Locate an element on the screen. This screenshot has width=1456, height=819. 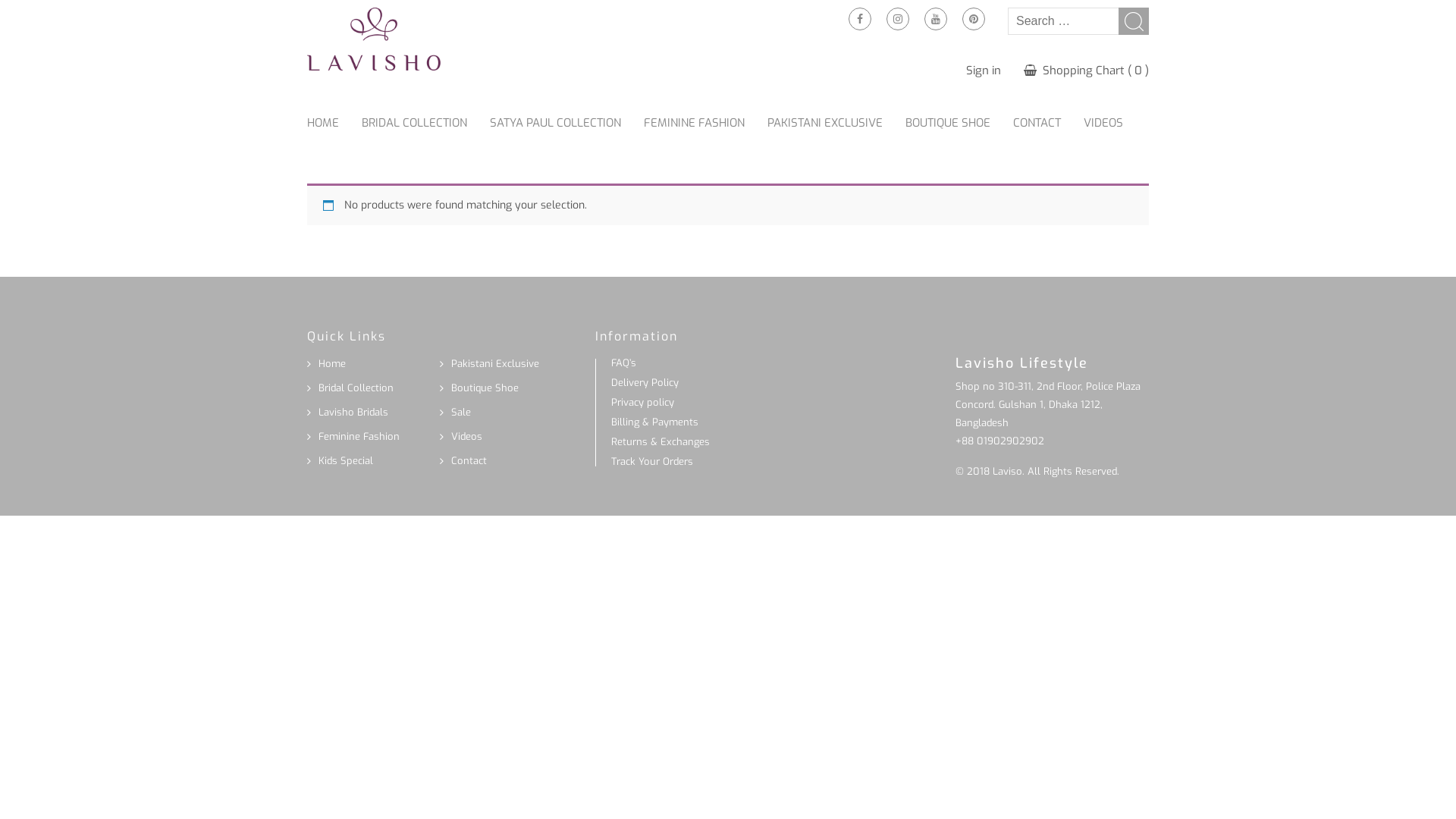
'VIDEOS' is located at coordinates (1114, 122).